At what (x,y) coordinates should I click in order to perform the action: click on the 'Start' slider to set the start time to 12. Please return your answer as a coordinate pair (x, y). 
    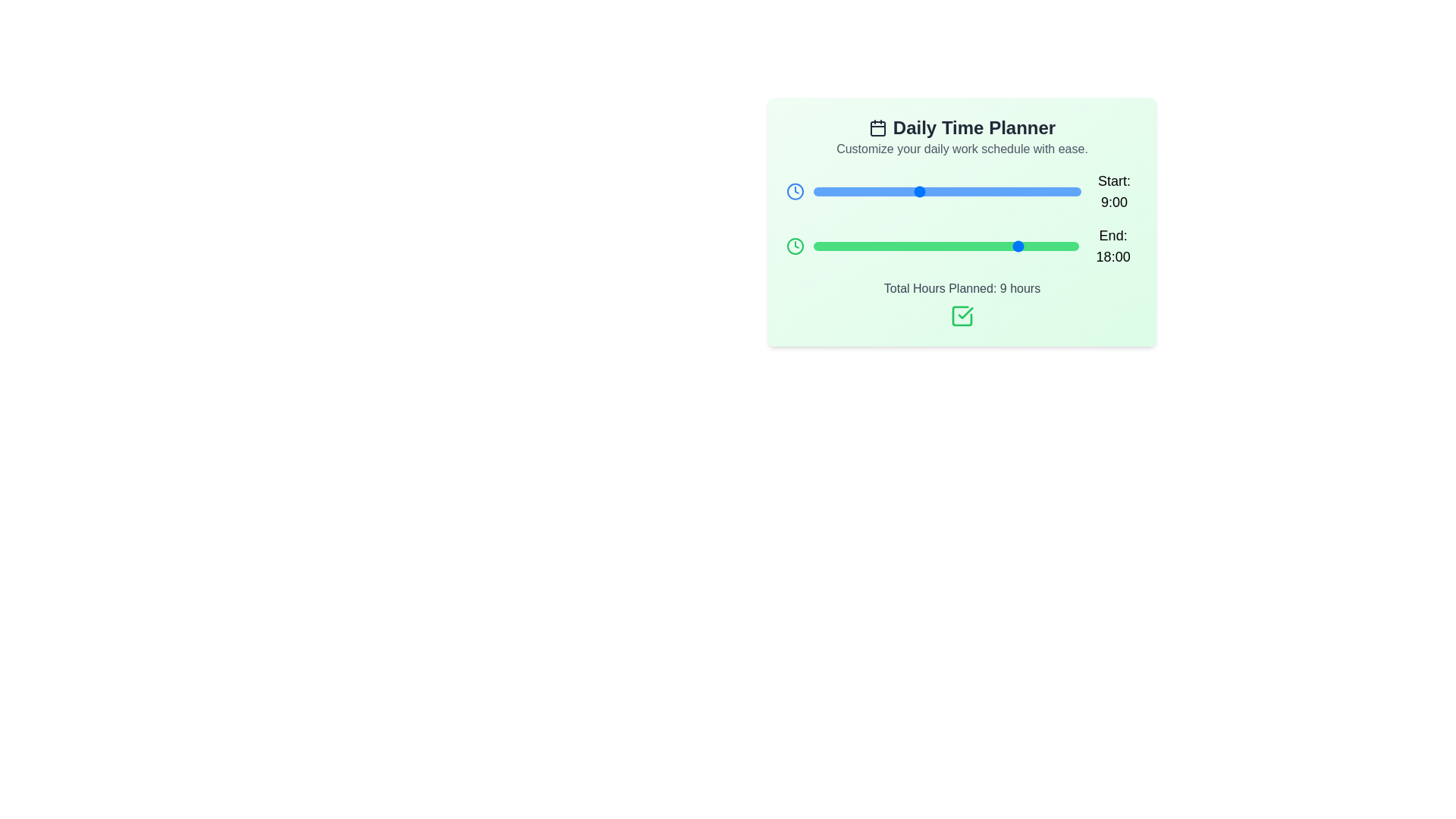
    Looking at the image, I should click on (952, 191).